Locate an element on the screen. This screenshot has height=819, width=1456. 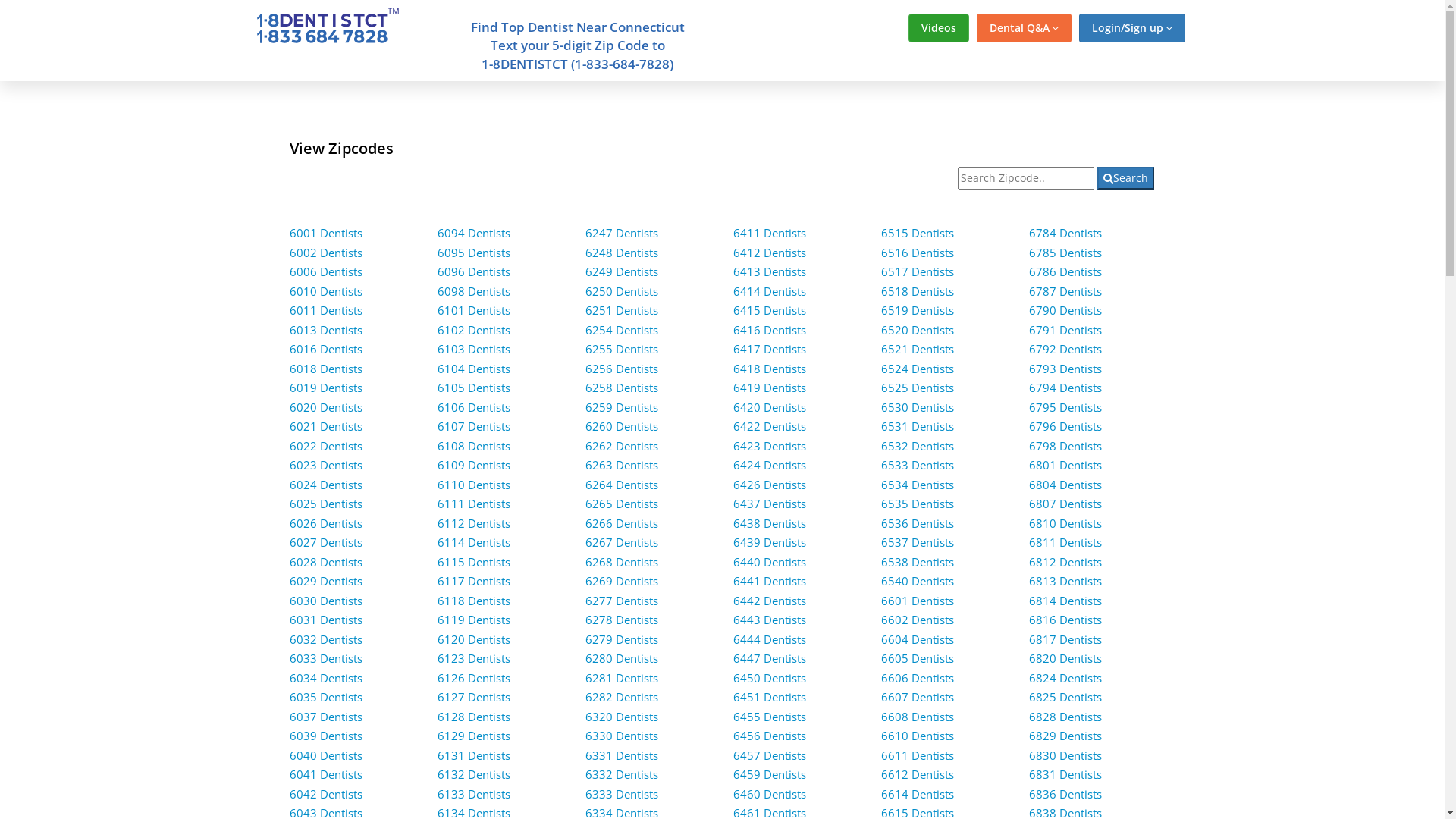
'6816 Dentists' is located at coordinates (1065, 620).